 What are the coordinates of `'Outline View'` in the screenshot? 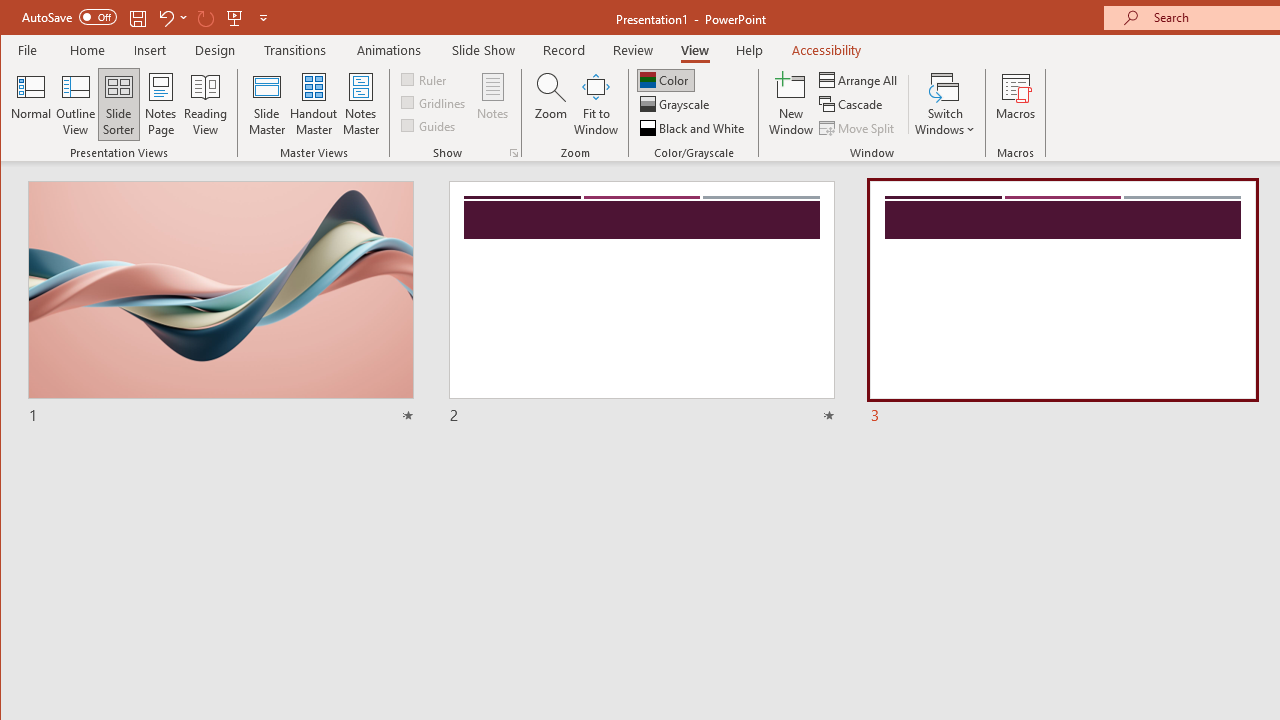 It's located at (76, 104).